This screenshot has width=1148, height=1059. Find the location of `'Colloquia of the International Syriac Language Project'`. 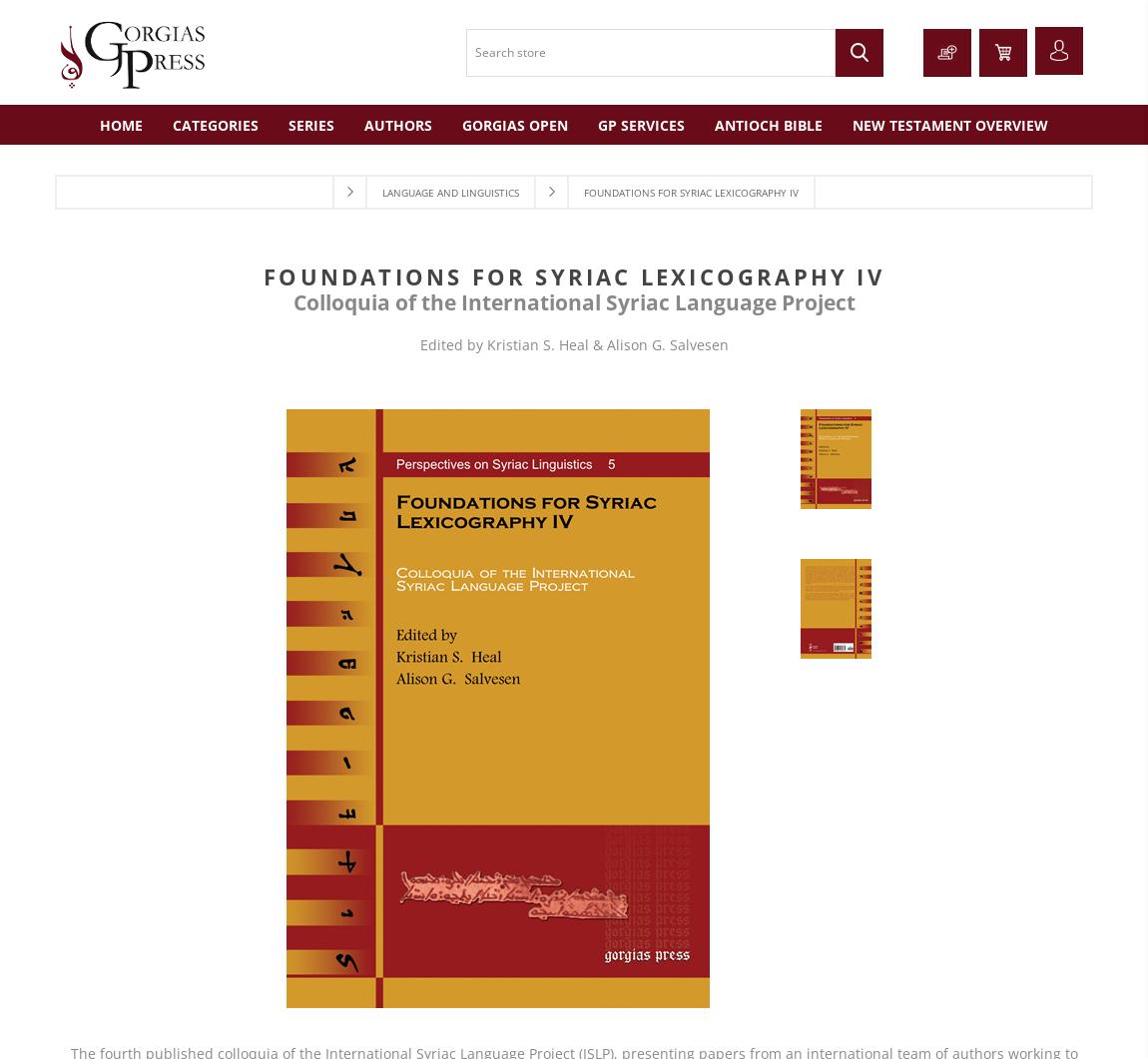

'Colloquia of the International Syriac Language Project' is located at coordinates (573, 299).